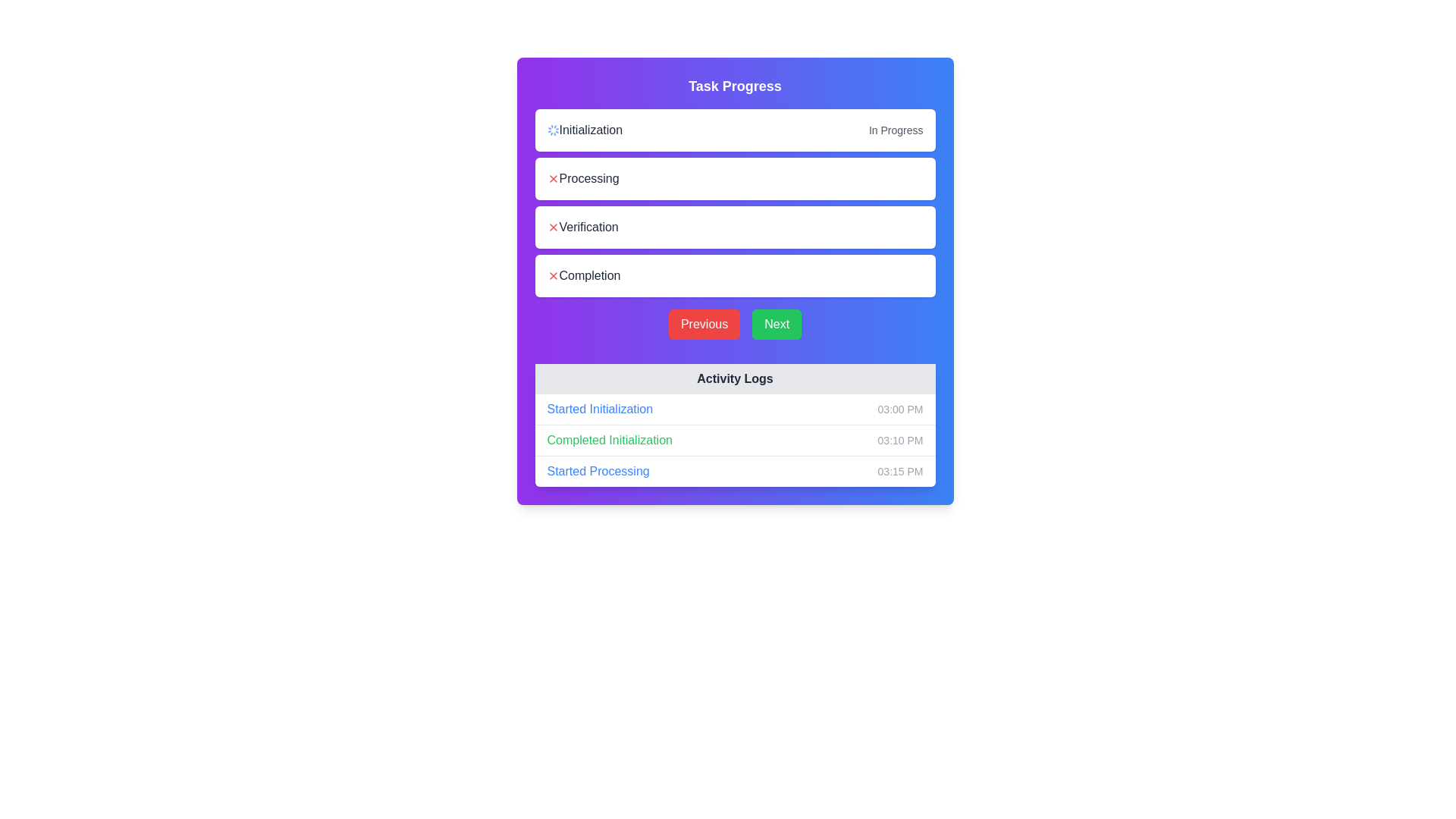 This screenshot has width=1456, height=819. I want to click on the text label displaying '03:00 PM', which is aligned to the right in the activity log table for the log entry 'Started Initialization', so click(900, 409).